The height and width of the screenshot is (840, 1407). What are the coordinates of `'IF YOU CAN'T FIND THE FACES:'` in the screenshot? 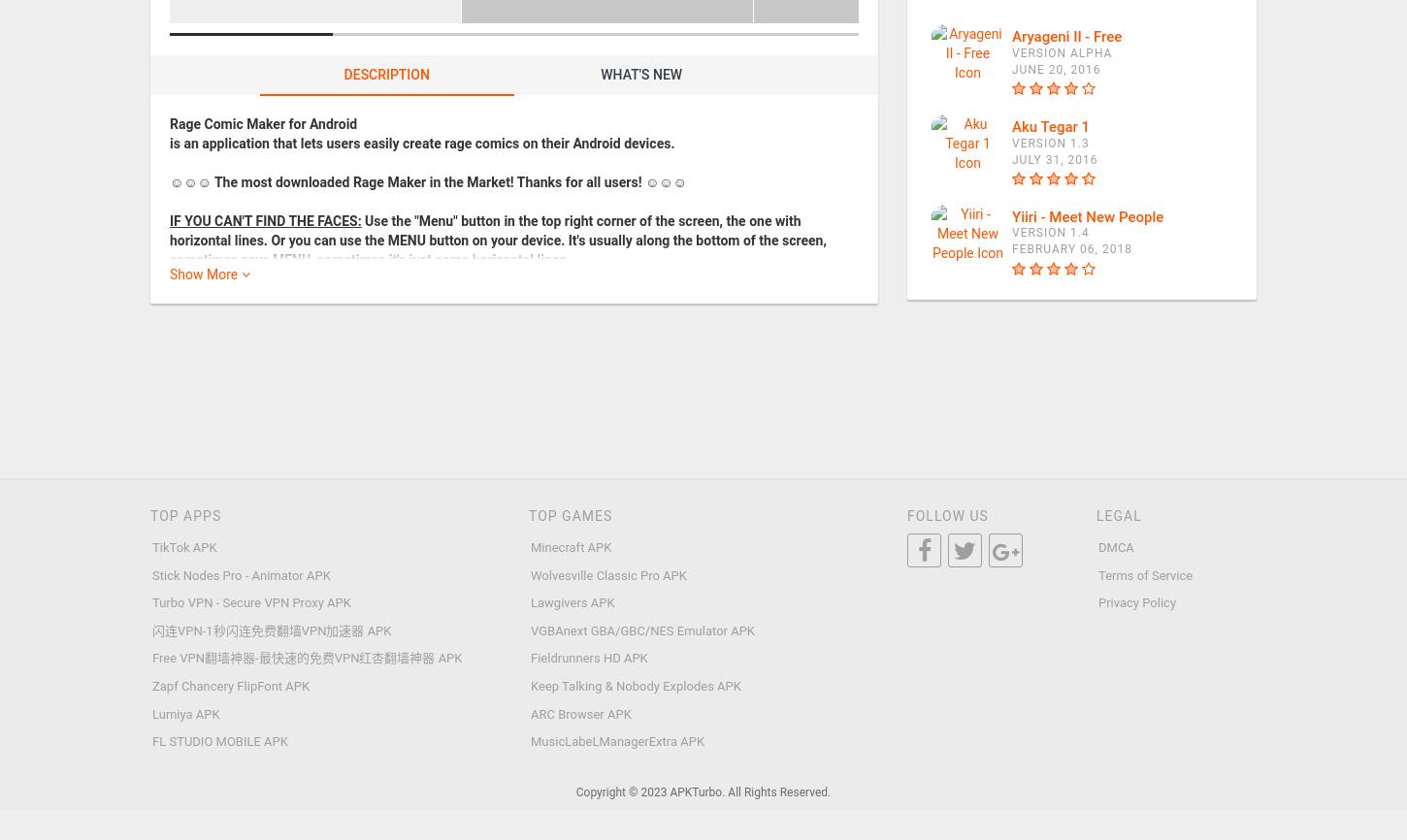 It's located at (265, 218).